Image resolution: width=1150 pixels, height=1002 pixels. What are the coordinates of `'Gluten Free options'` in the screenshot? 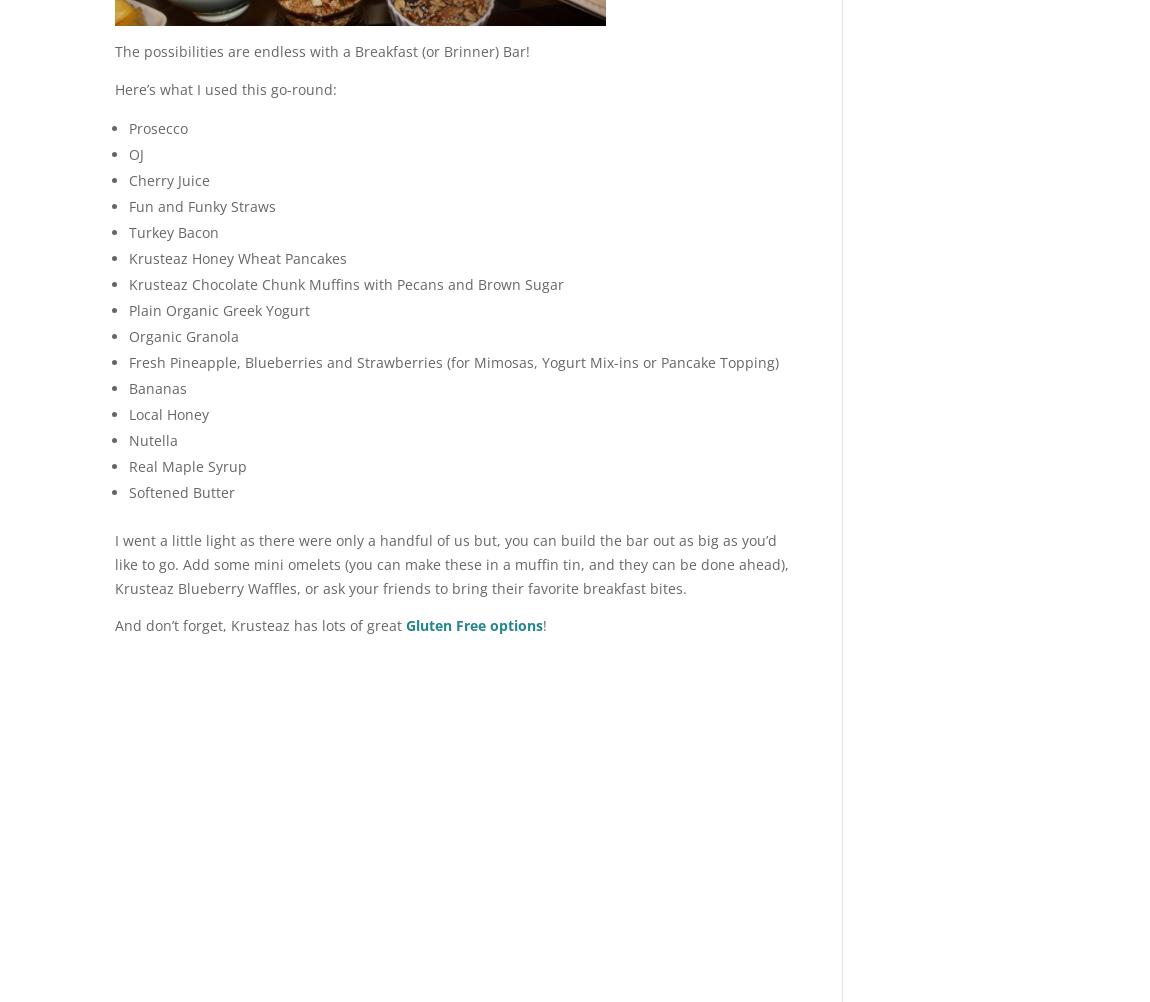 It's located at (474, 624).